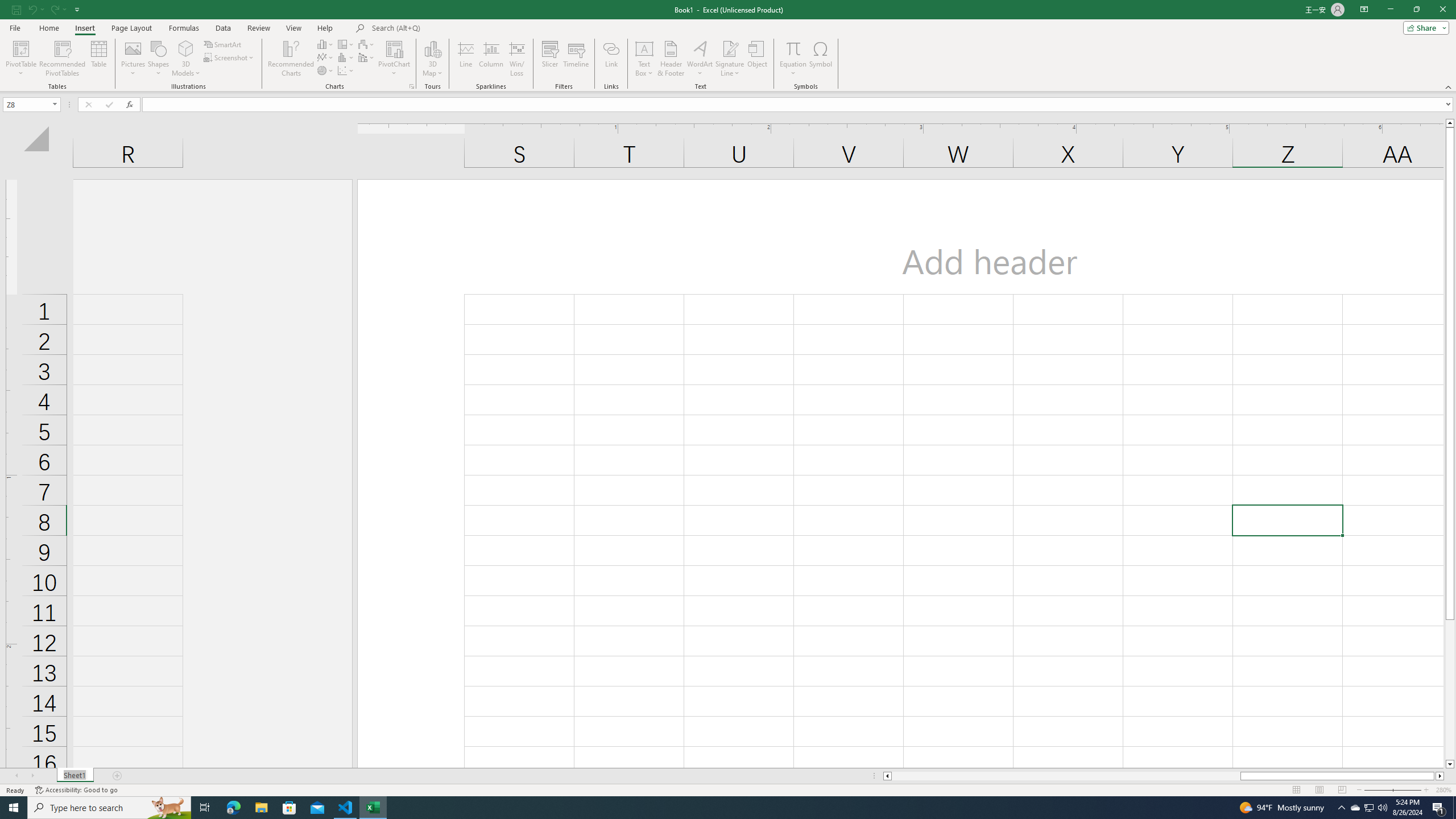 This screenshot has height=819, width=1456. I want to click on 'Insert Line or Area Chart', so click(325, 56).